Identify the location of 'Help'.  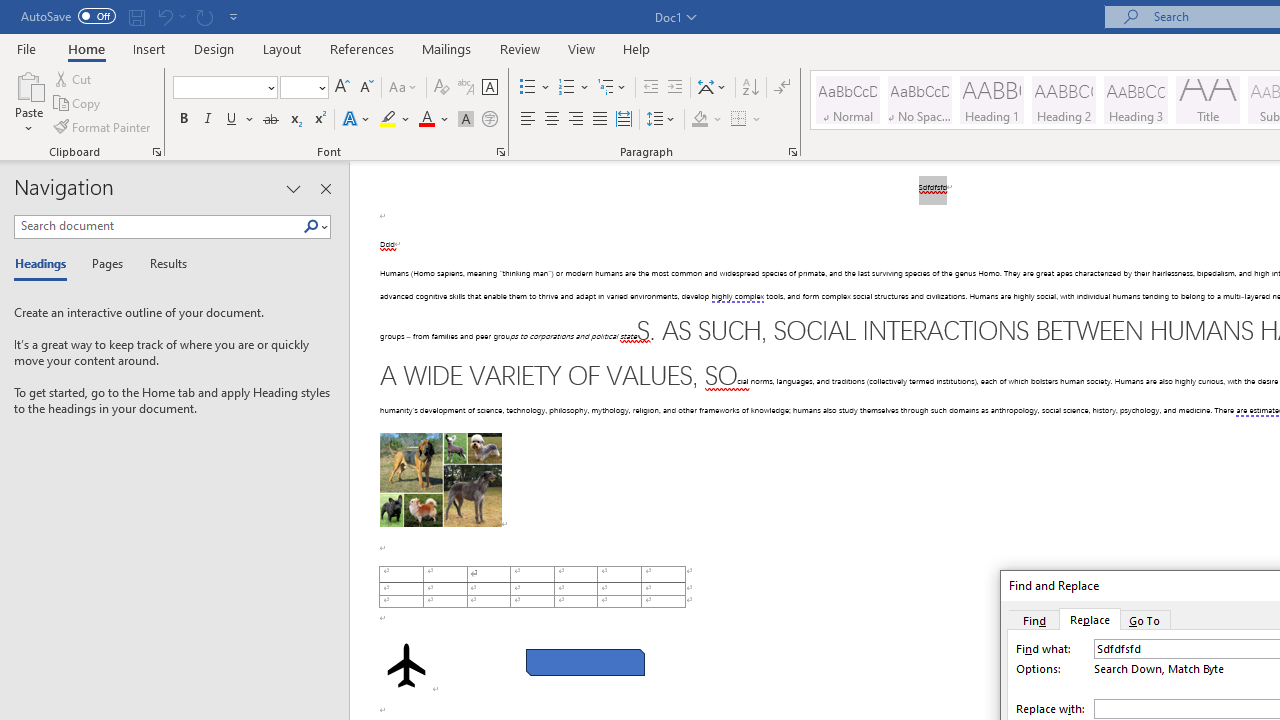
(636, 48).